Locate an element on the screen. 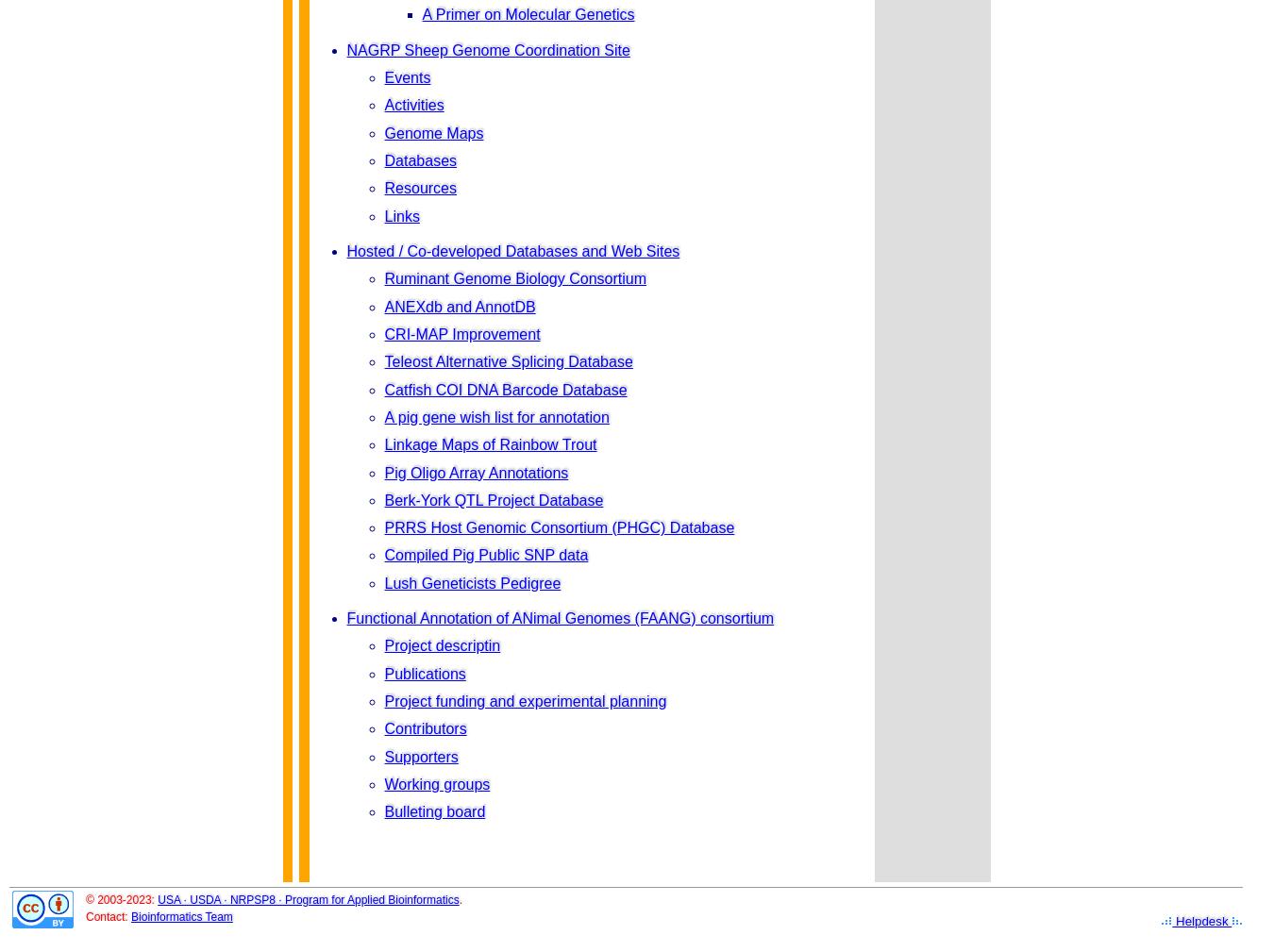  'Project funding and experimental planning' is located at coordinates (524, 701).